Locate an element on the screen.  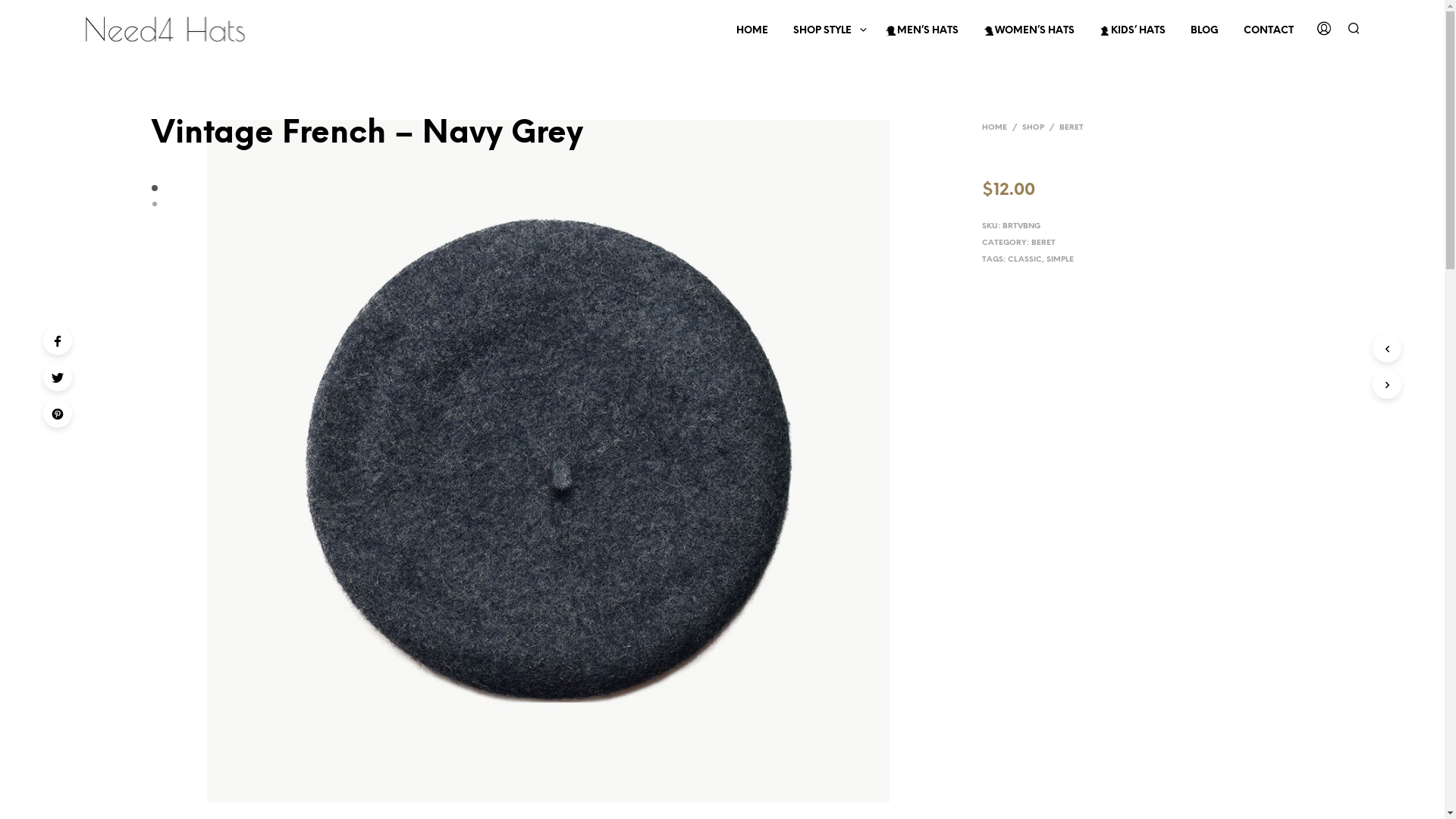
'CONTACT' is located at coordinates (1231, 31).